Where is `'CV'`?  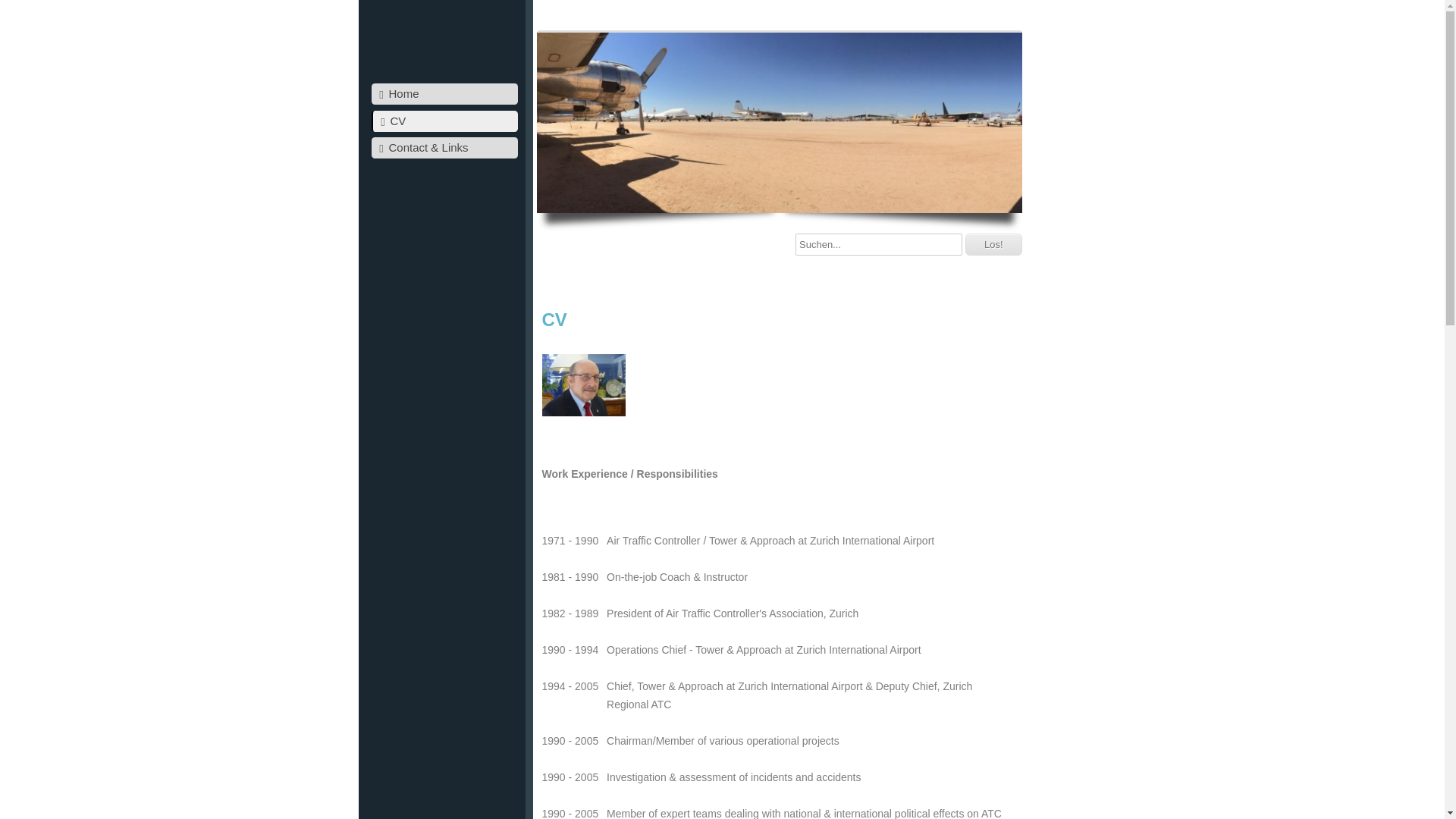
'CV' is located at coordinates (444, 120).